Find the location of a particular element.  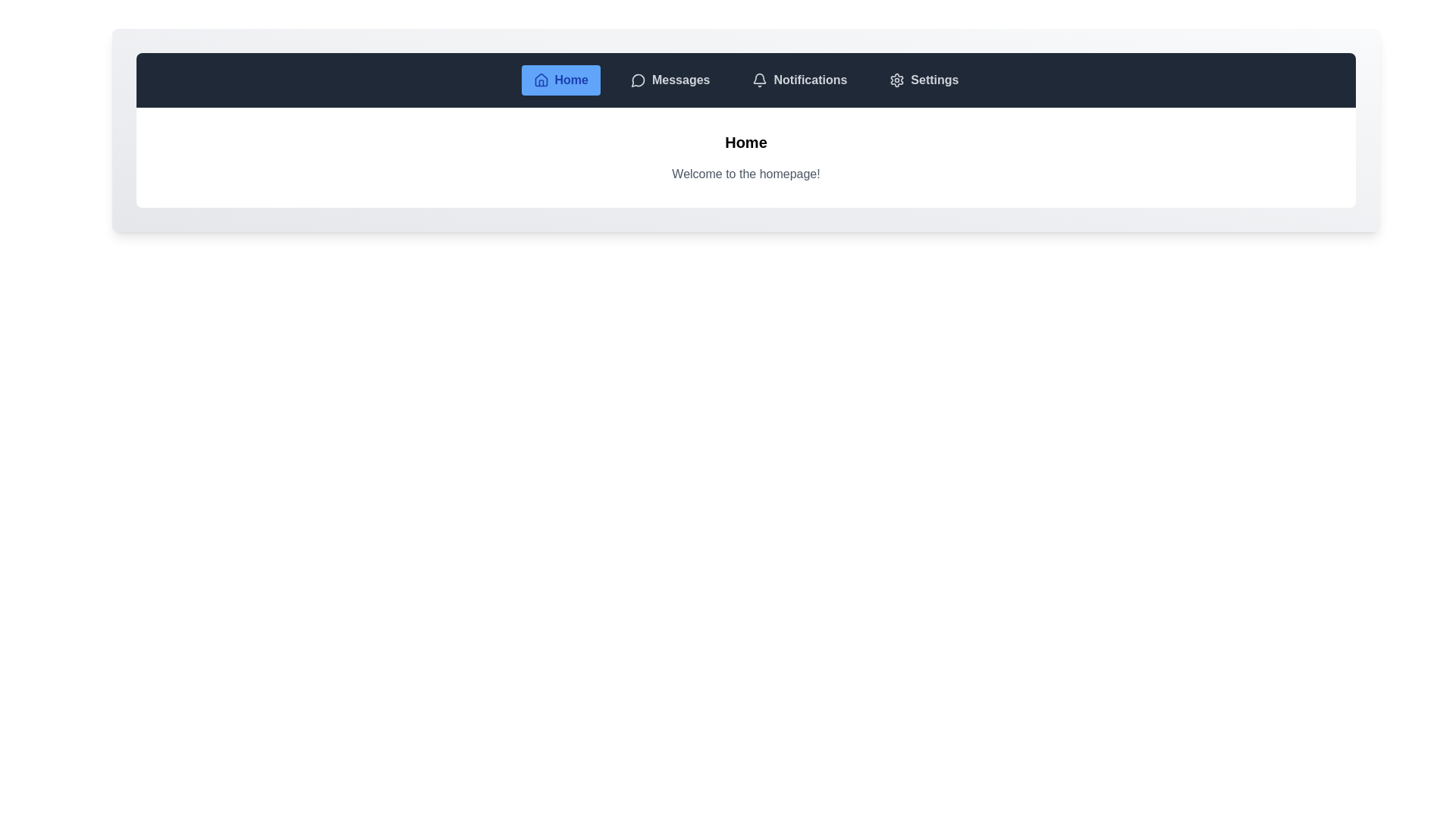

the tab labeled Messages to observe its hover effect is located at coordinates (670, 80).